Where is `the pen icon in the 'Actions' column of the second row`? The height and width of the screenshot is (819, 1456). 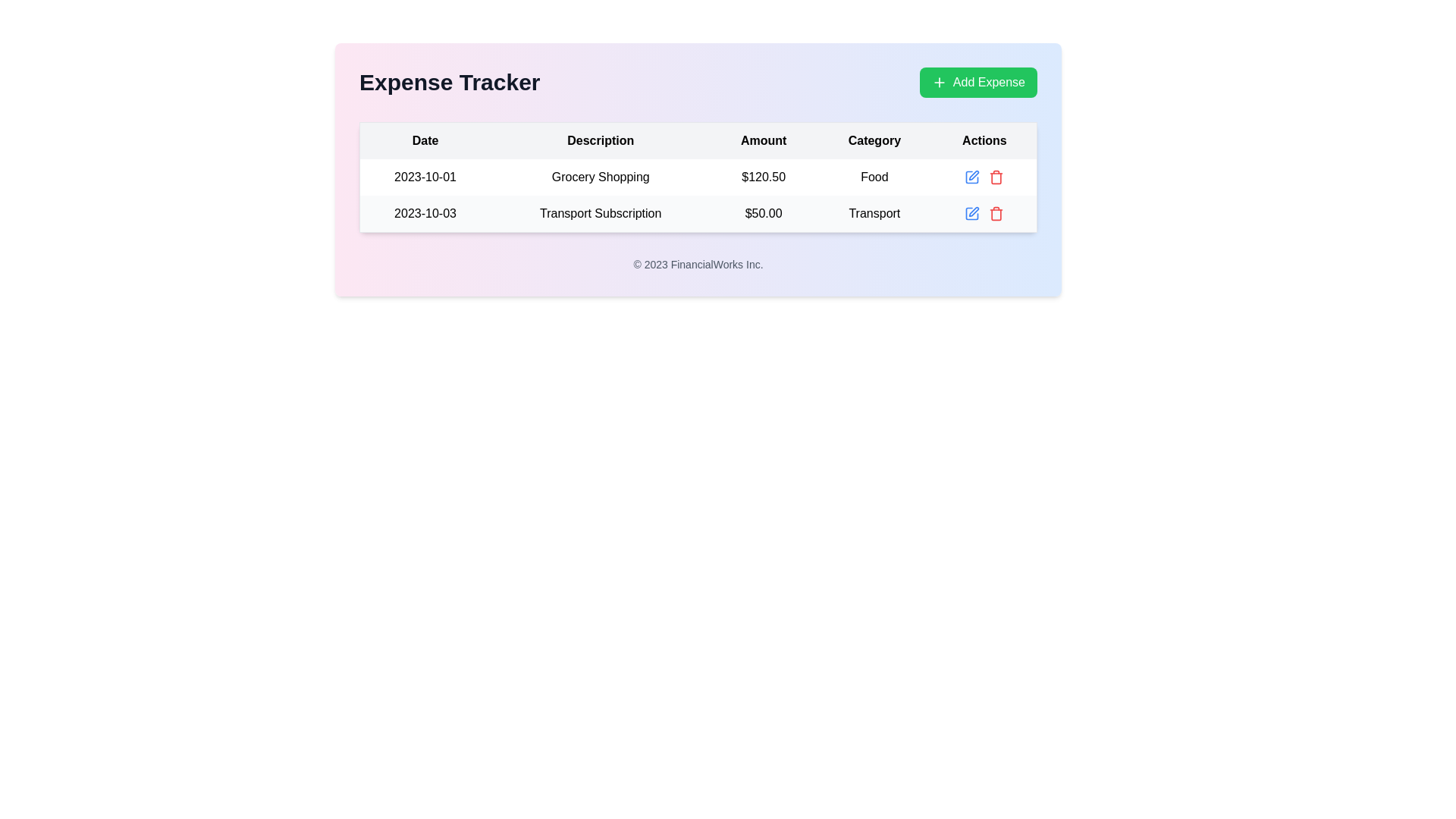 the pen icon in the 'Actions' column of the second row is located at coordinates (974, 212).